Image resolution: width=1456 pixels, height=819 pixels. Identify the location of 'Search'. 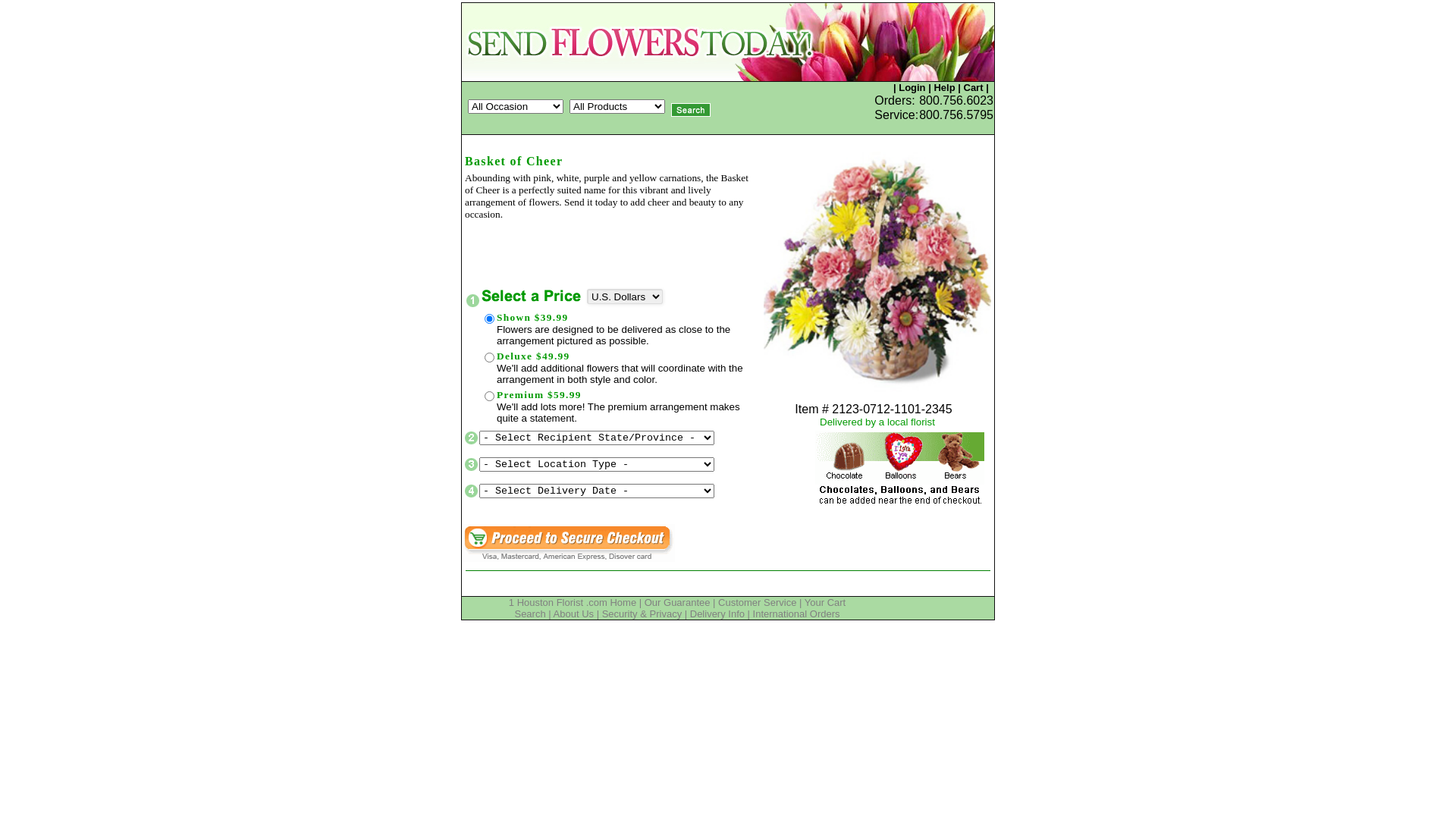
(529, 613).